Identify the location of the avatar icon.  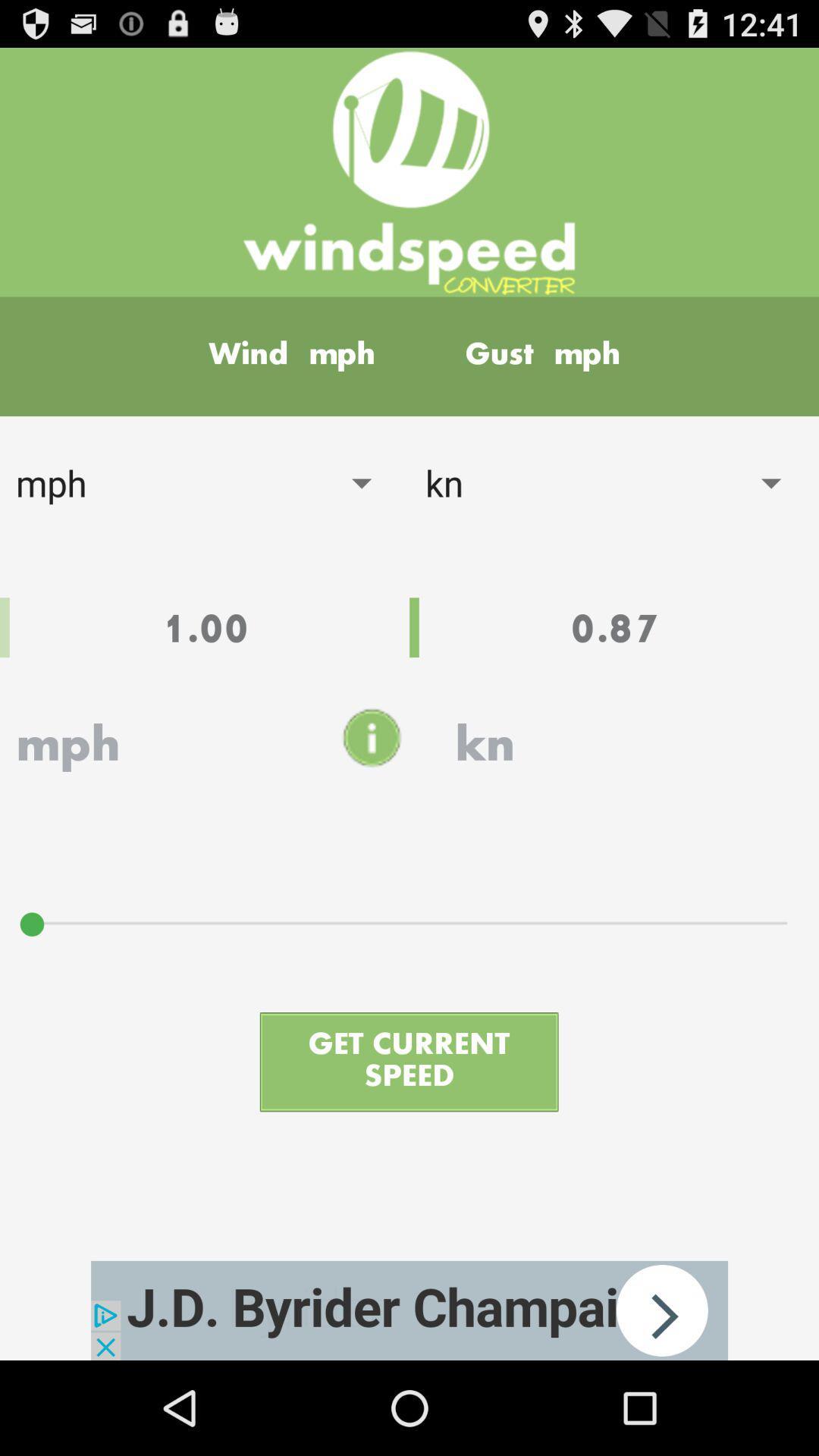
(371, 789).